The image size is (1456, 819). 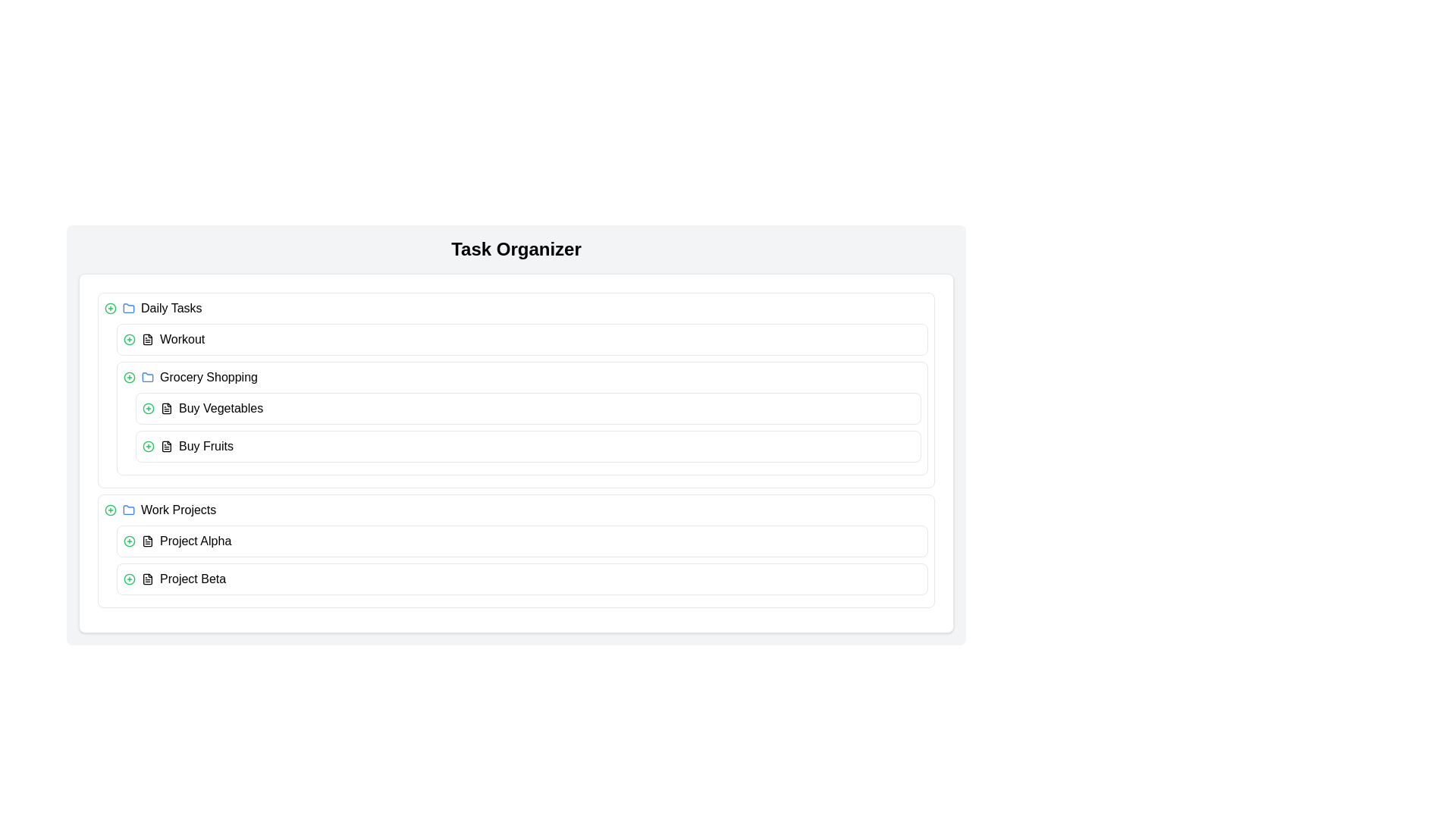 I want to click on the document icon located in the 'Work Projects' section, next to the 'Project Alpha' label, so click(x=148, y=540).